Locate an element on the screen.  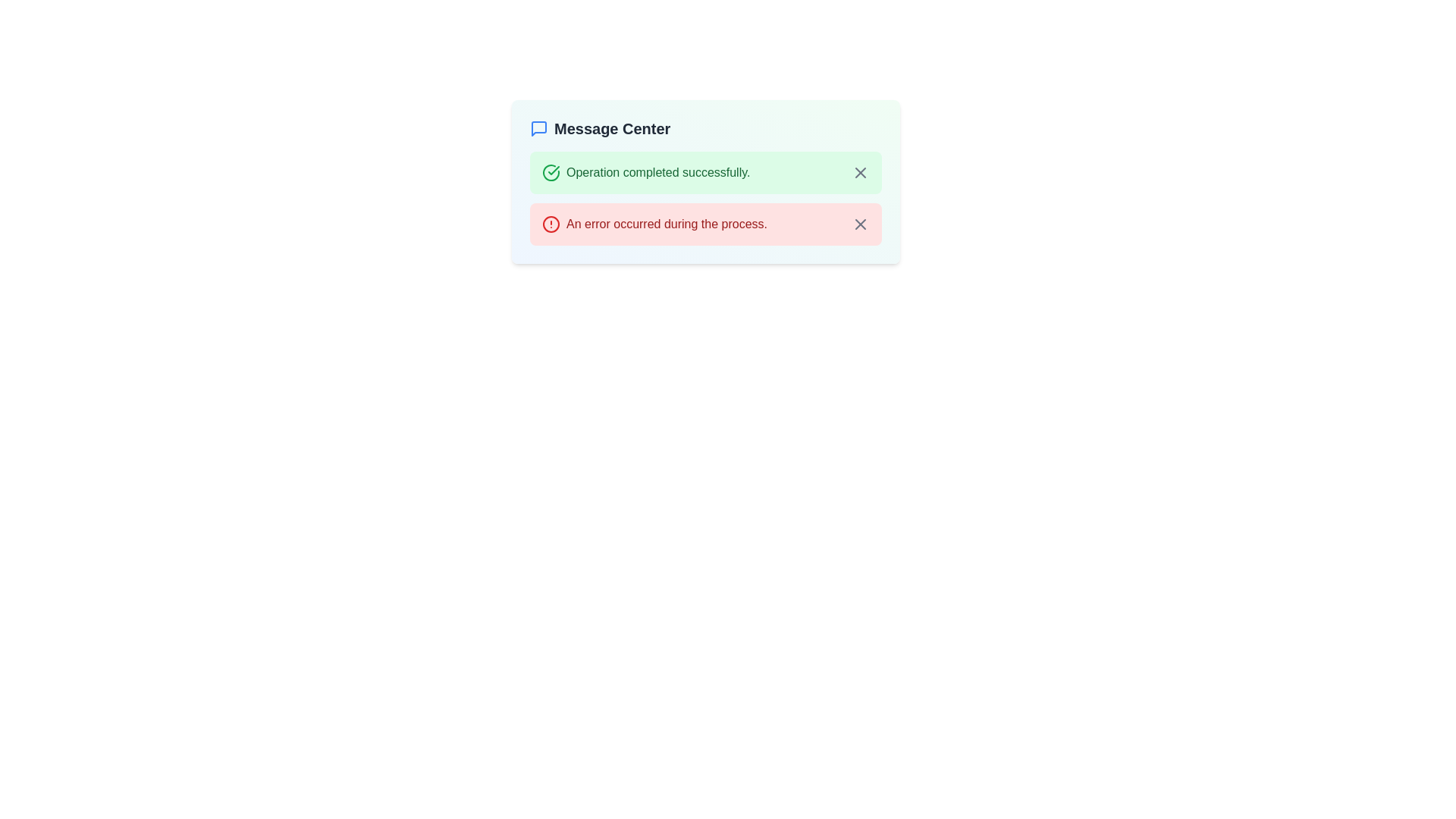
the success message text label that indicates the completion of an operation, positioned to the right of a green check circle icon is located at coordinates (658, 171).